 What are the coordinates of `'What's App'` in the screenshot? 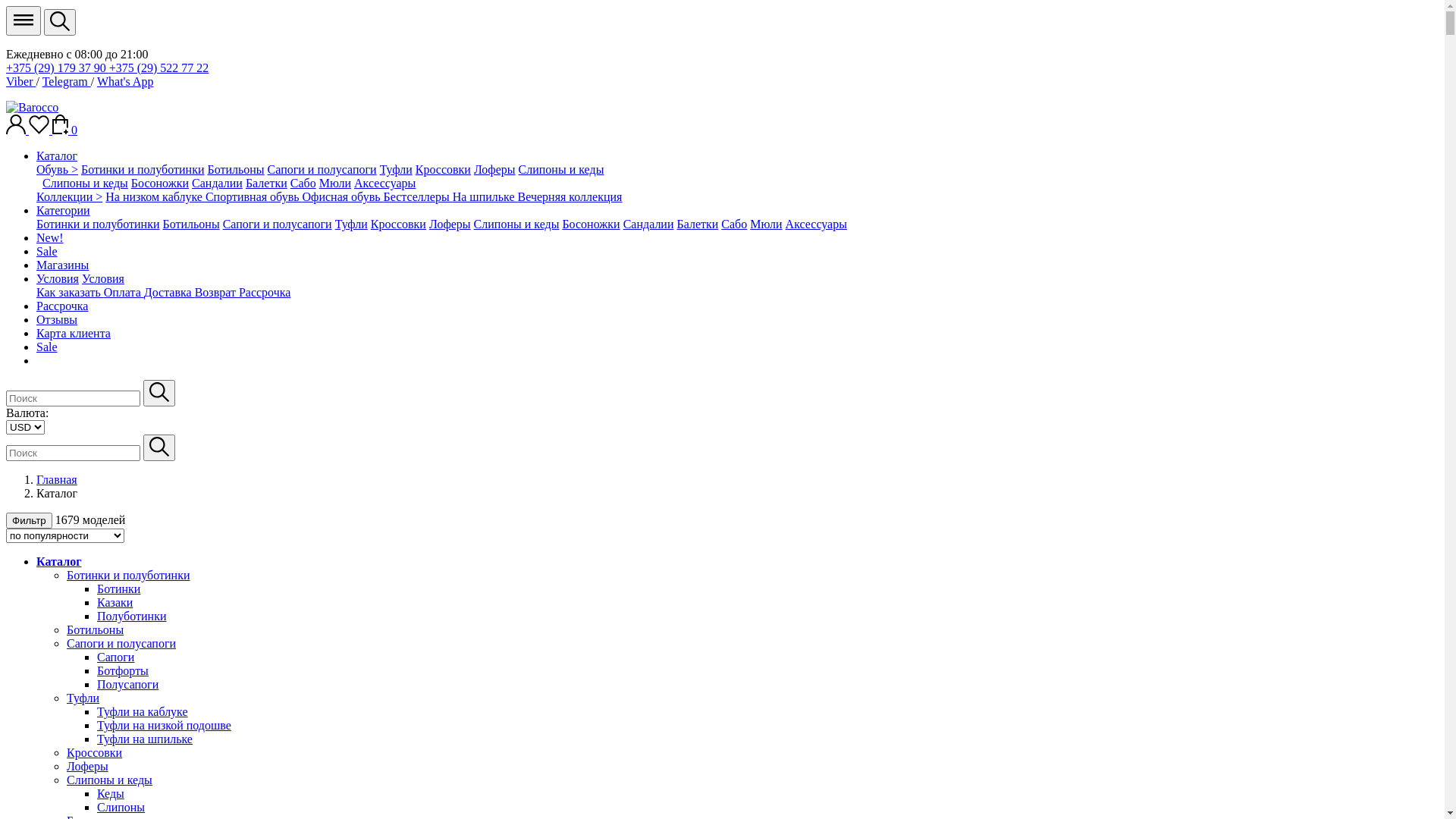 It's located at (124, 81).